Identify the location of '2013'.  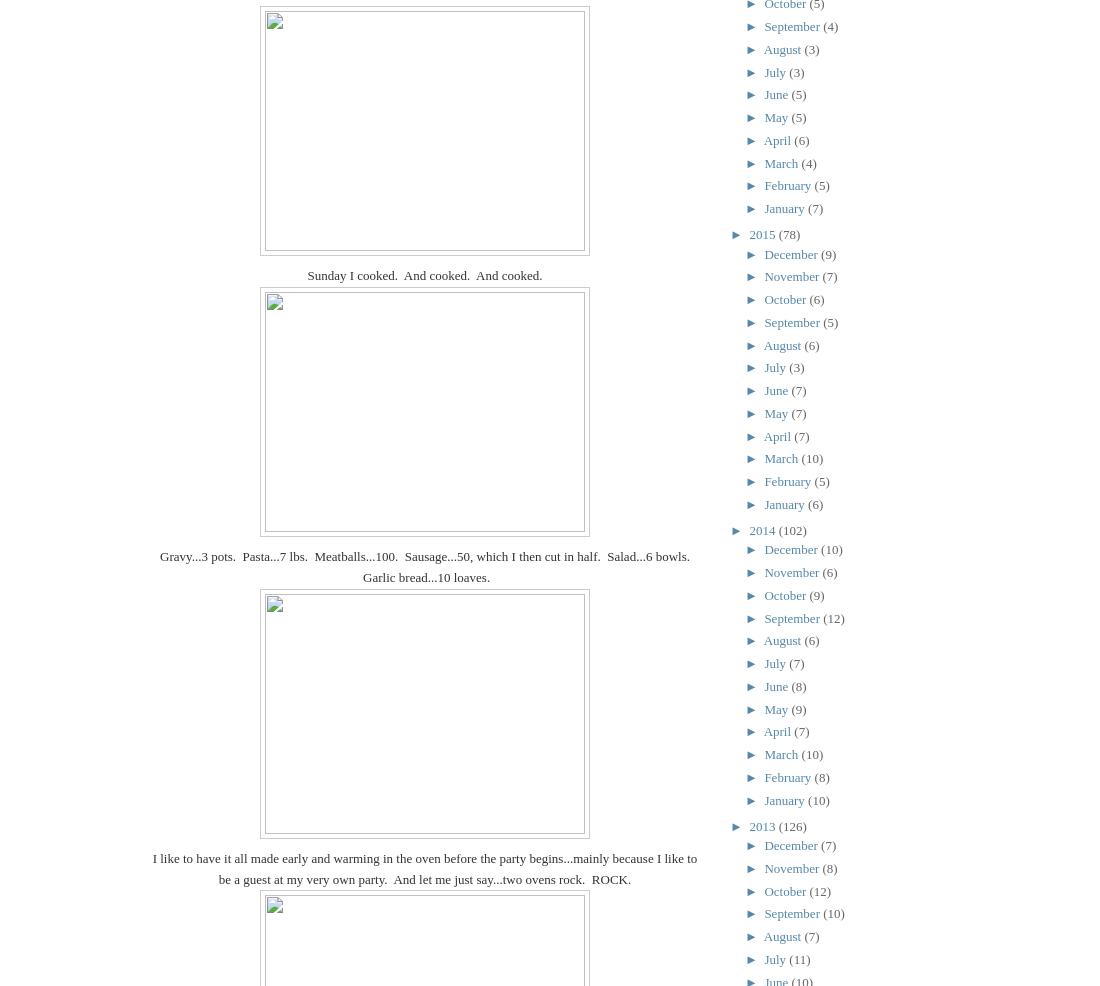
(747, 824).